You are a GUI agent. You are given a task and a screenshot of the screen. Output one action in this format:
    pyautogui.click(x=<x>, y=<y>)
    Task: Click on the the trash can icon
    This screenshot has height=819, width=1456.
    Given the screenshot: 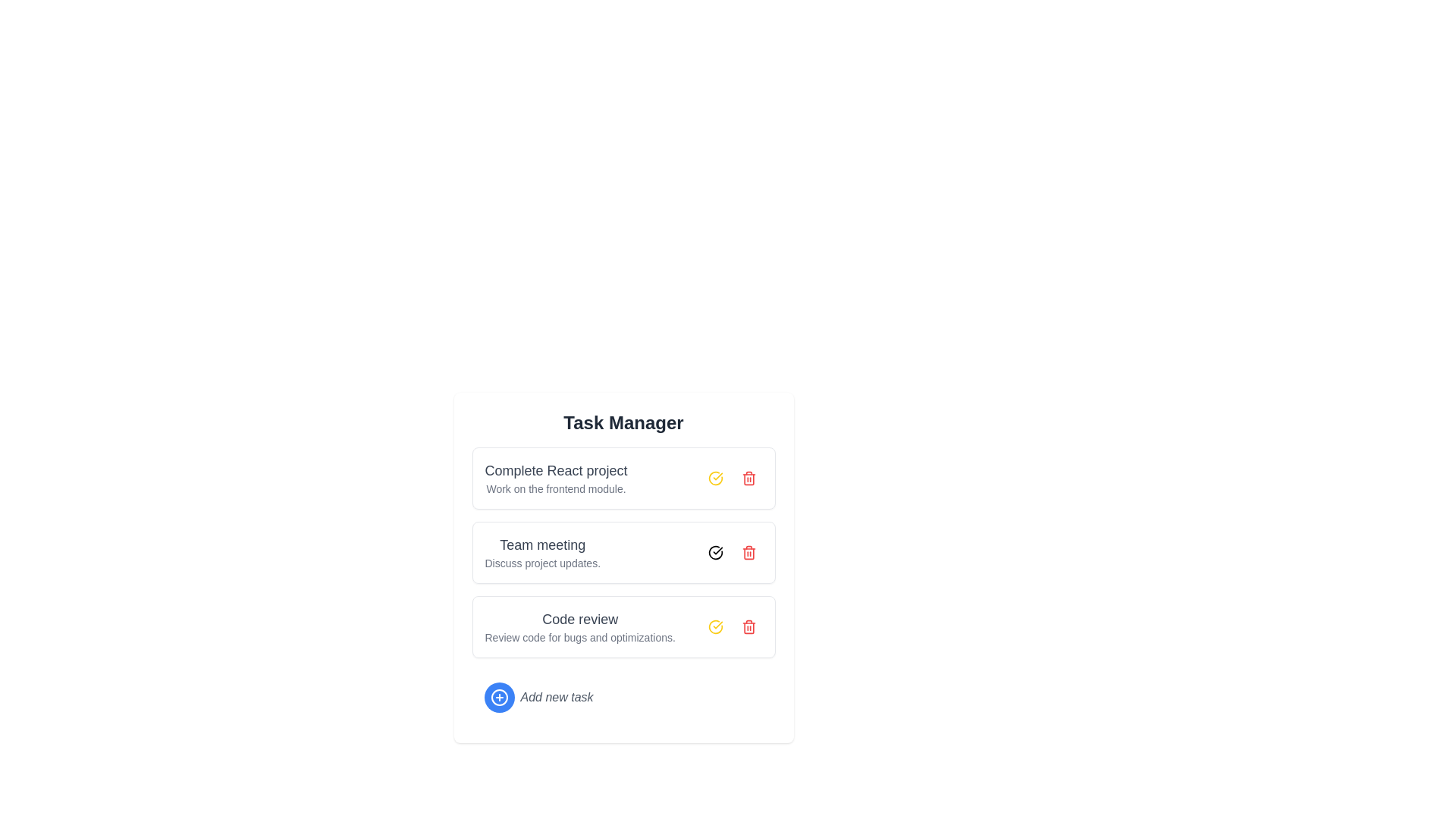 What is the action you would take?
    pyautogui.click(x=748, y=479)
    